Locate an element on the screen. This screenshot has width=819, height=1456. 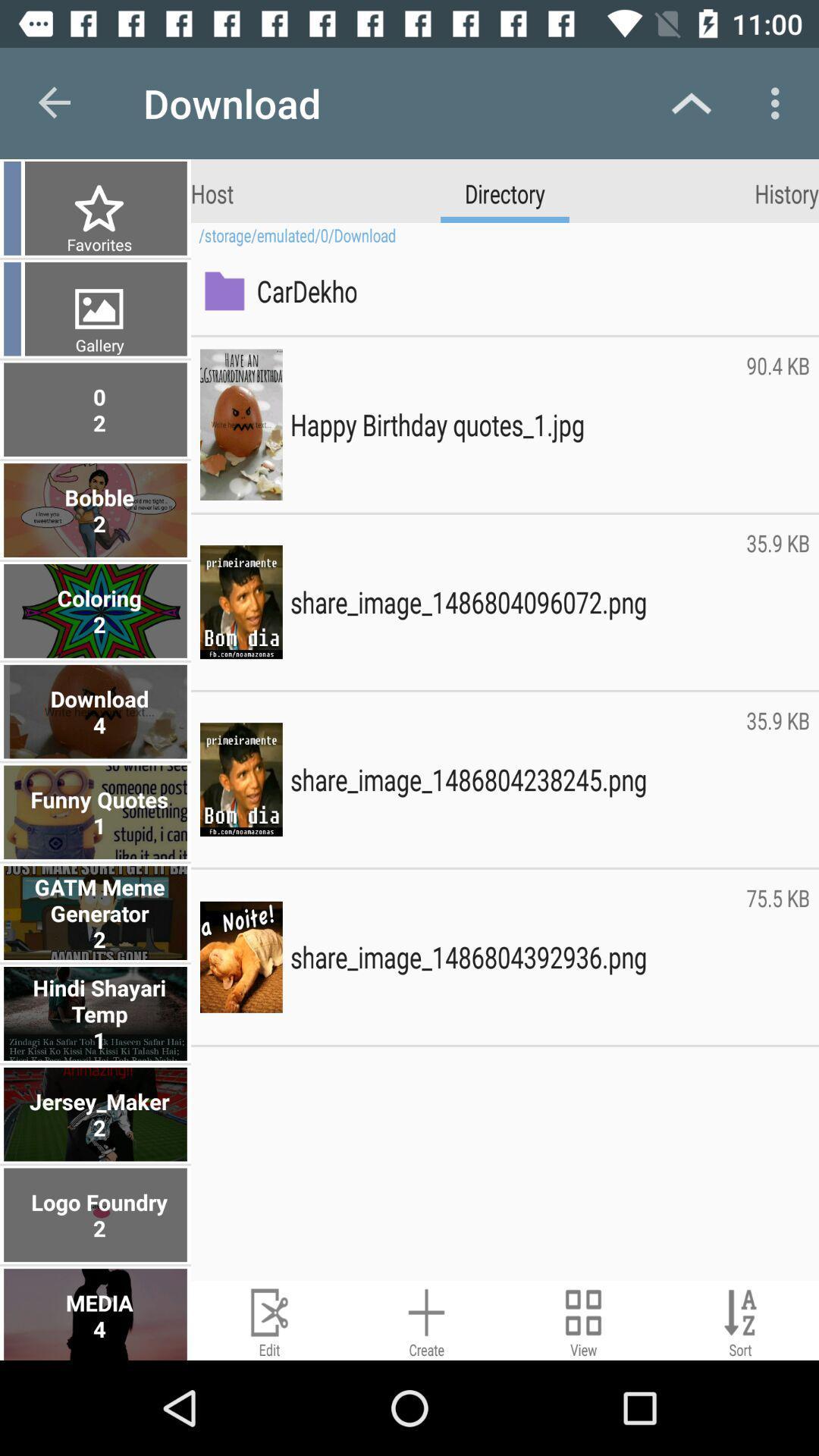
the icon next to 90.4 kb is located at coordinates (513, 424).